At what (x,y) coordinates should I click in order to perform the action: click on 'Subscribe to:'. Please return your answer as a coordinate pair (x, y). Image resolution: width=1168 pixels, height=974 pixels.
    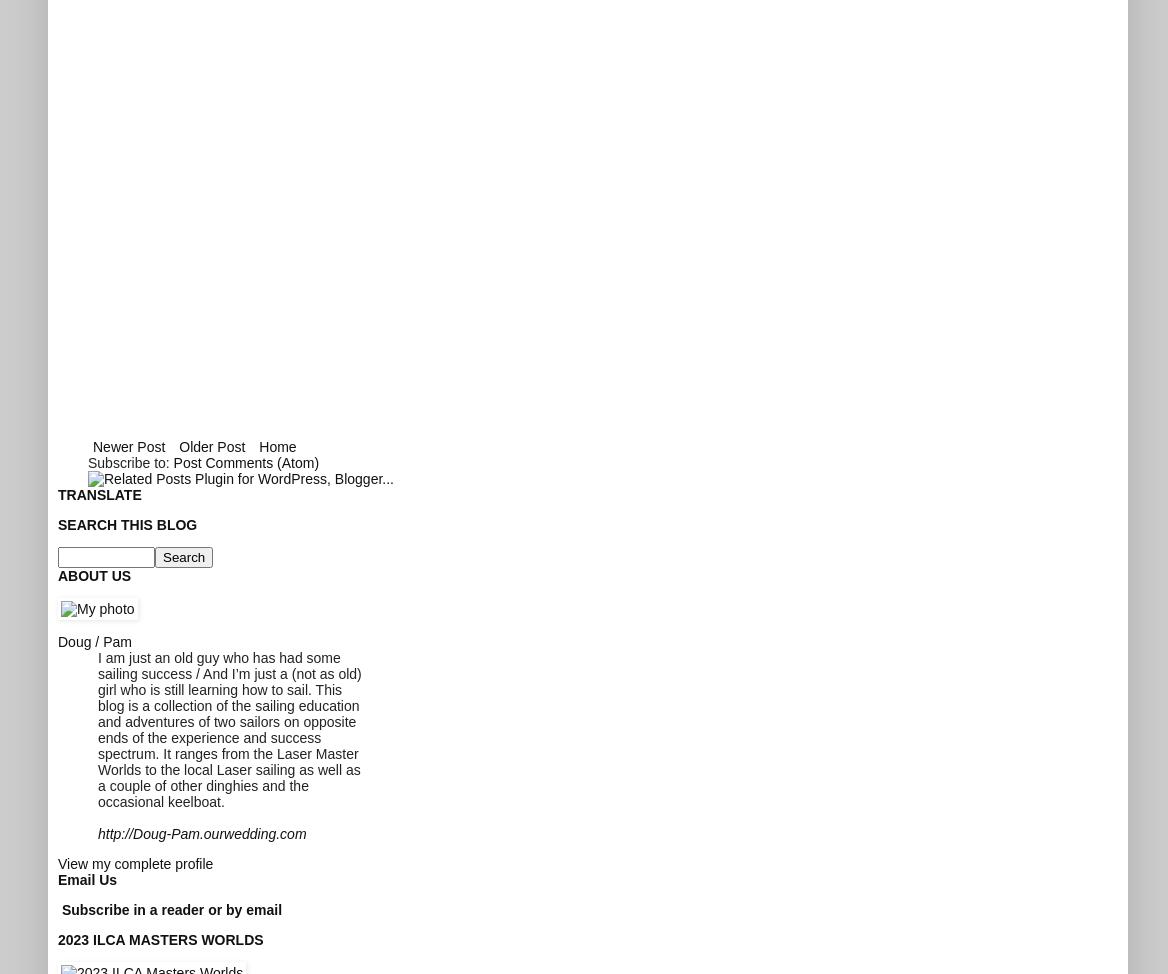
    Looking at the image, I should click on (129, 460).